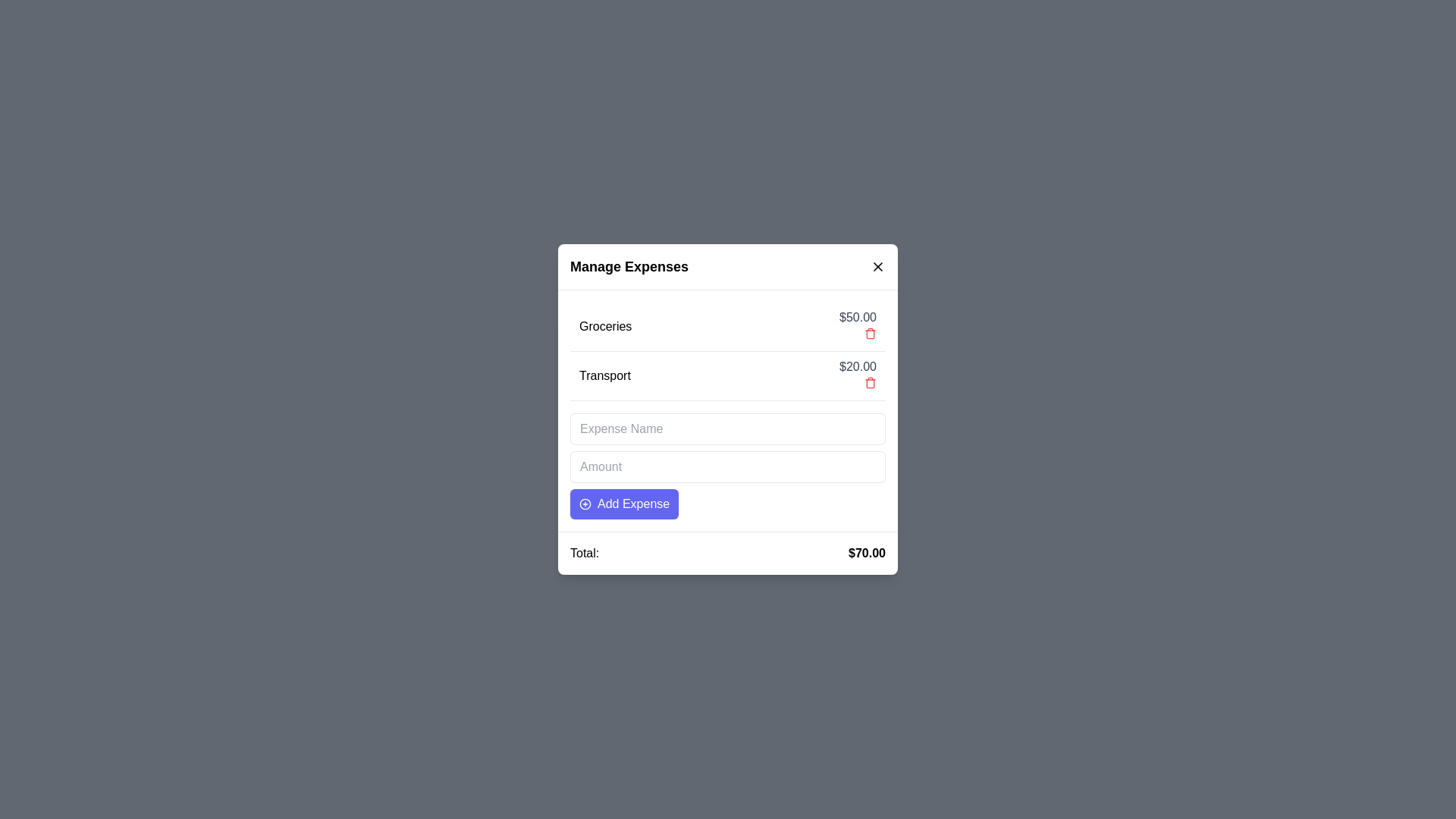 The height and width of the screenshot is (819, 1456). Describe the element at coordinates (870, 382) in the screenshot. I see `the red trash bin icon button` at that location.